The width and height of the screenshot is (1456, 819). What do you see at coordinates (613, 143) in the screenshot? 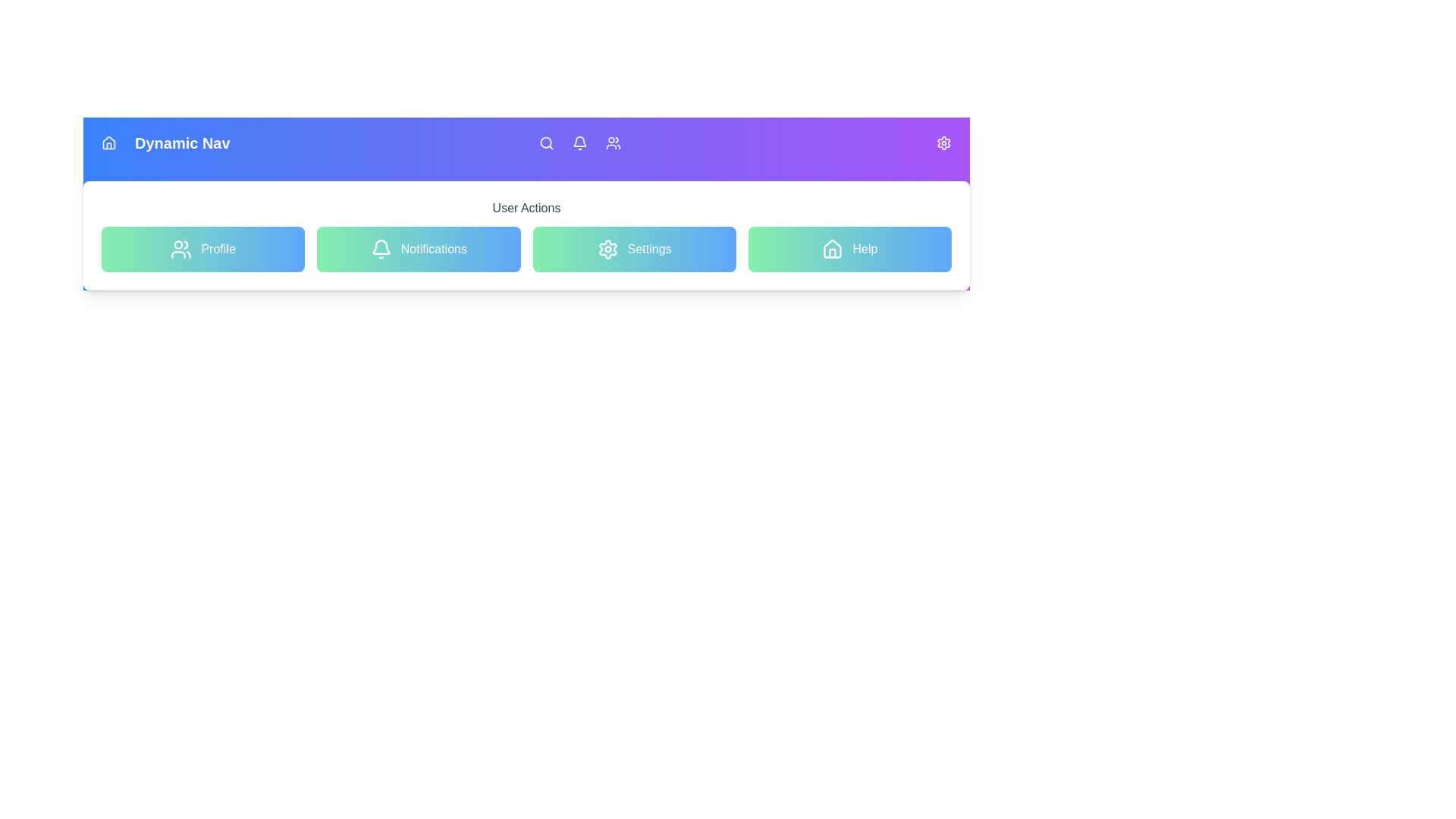
I see `the Users navigation icon` at bounding box center [613, 143].